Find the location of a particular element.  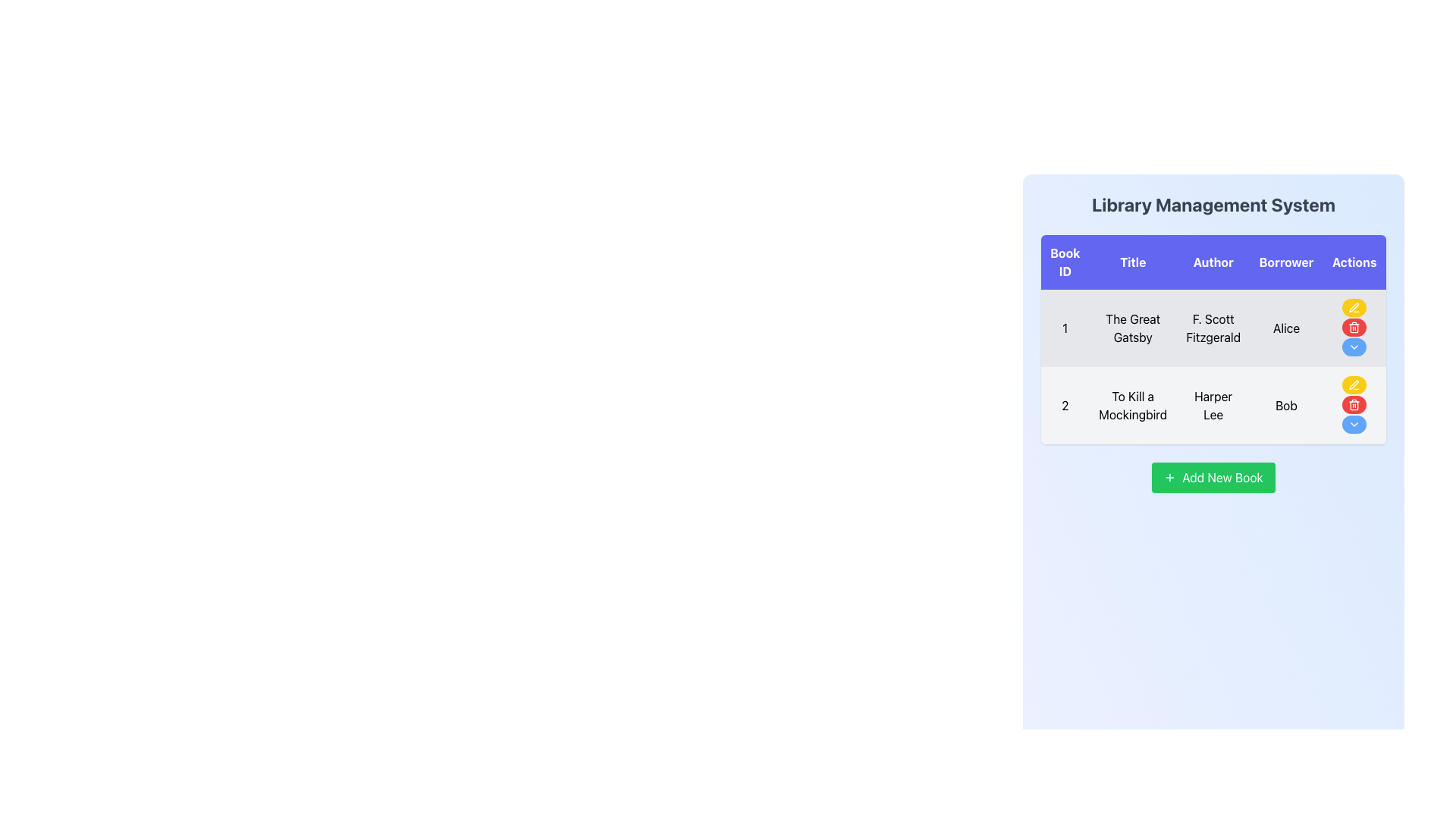

the button located below the table displaying book information is located at coordinates (1213, 476).